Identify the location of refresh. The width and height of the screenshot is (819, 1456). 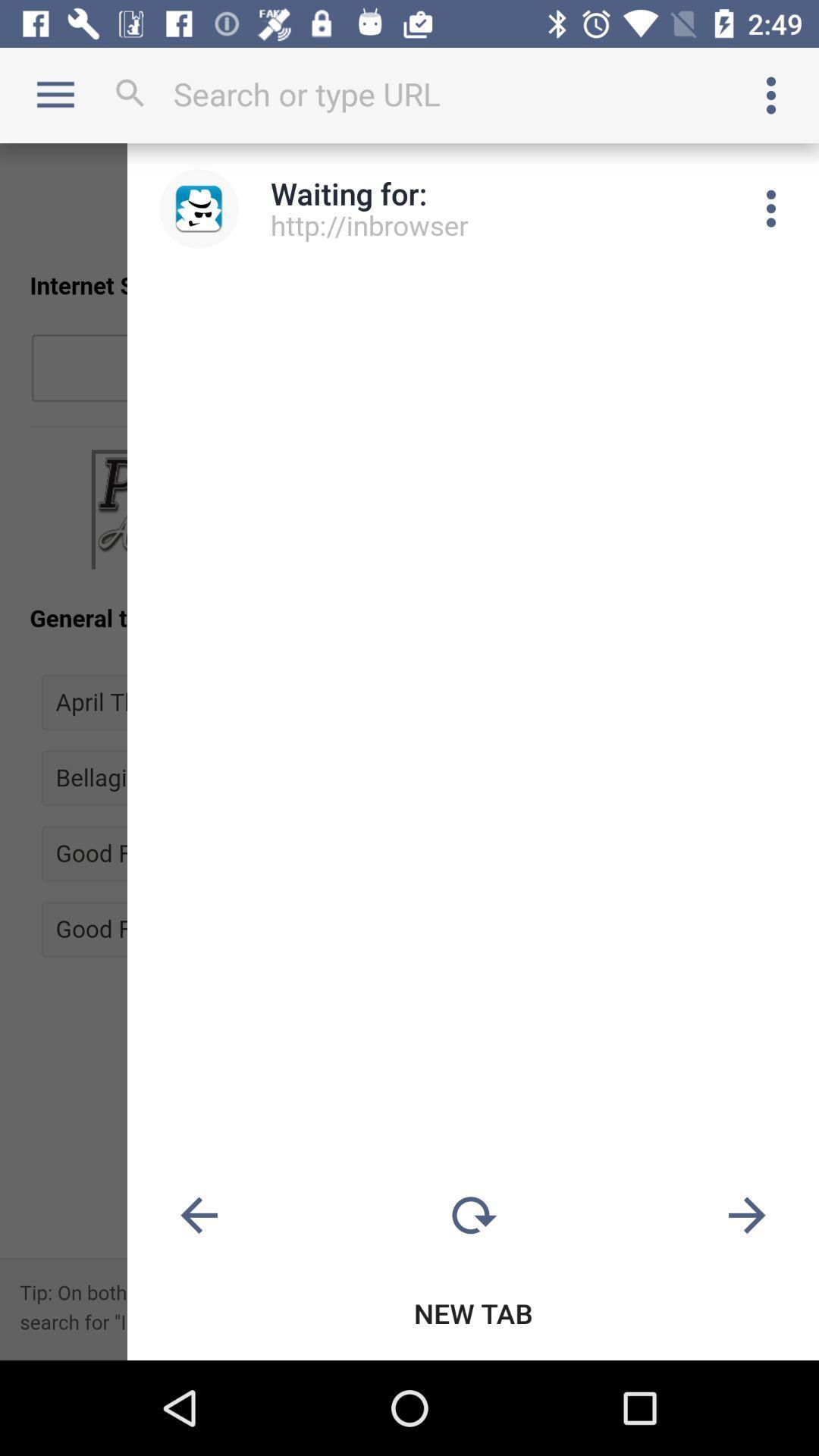
(472, 1216).